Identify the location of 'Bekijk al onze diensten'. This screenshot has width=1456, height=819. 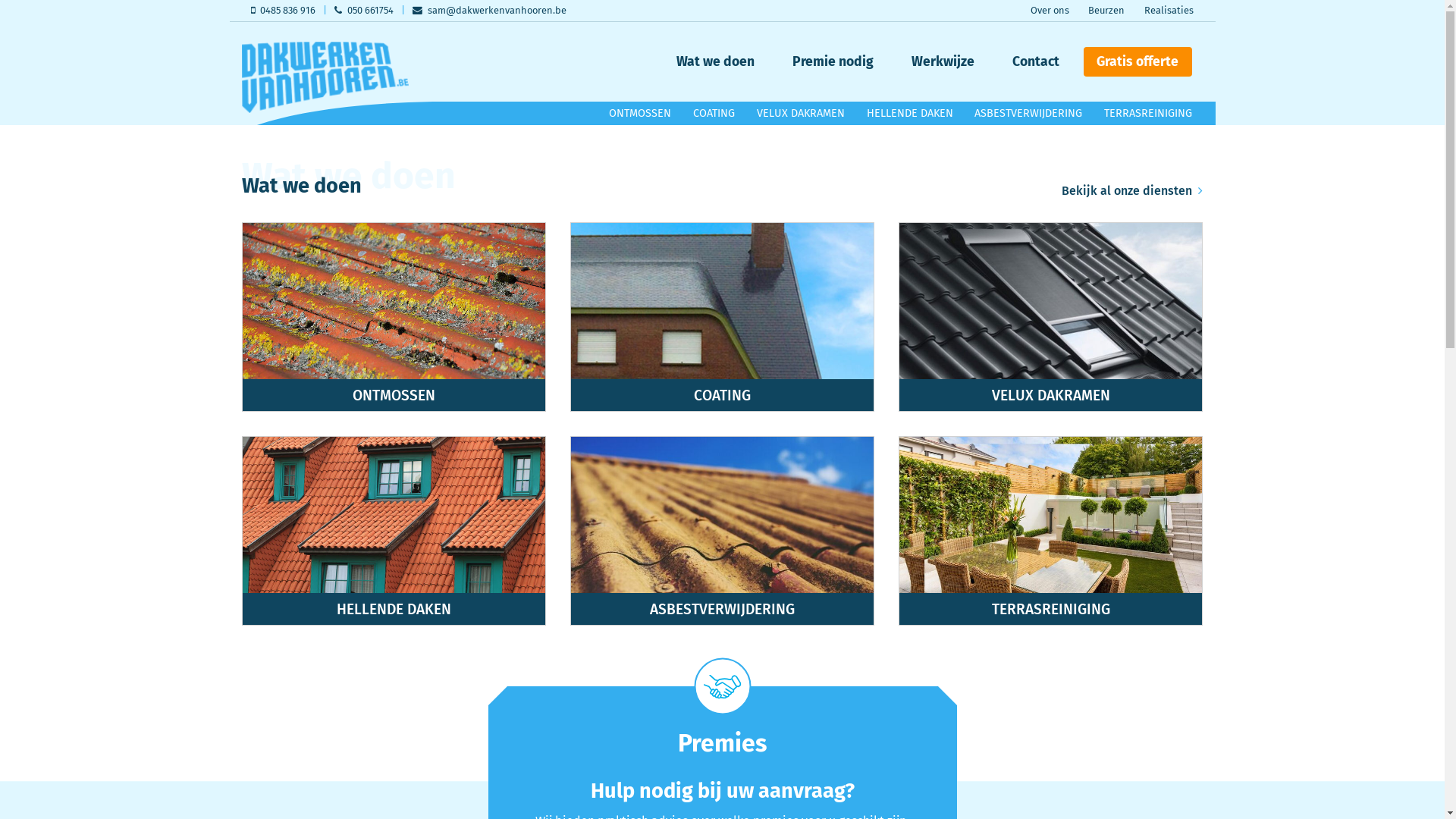
(1061, 190).